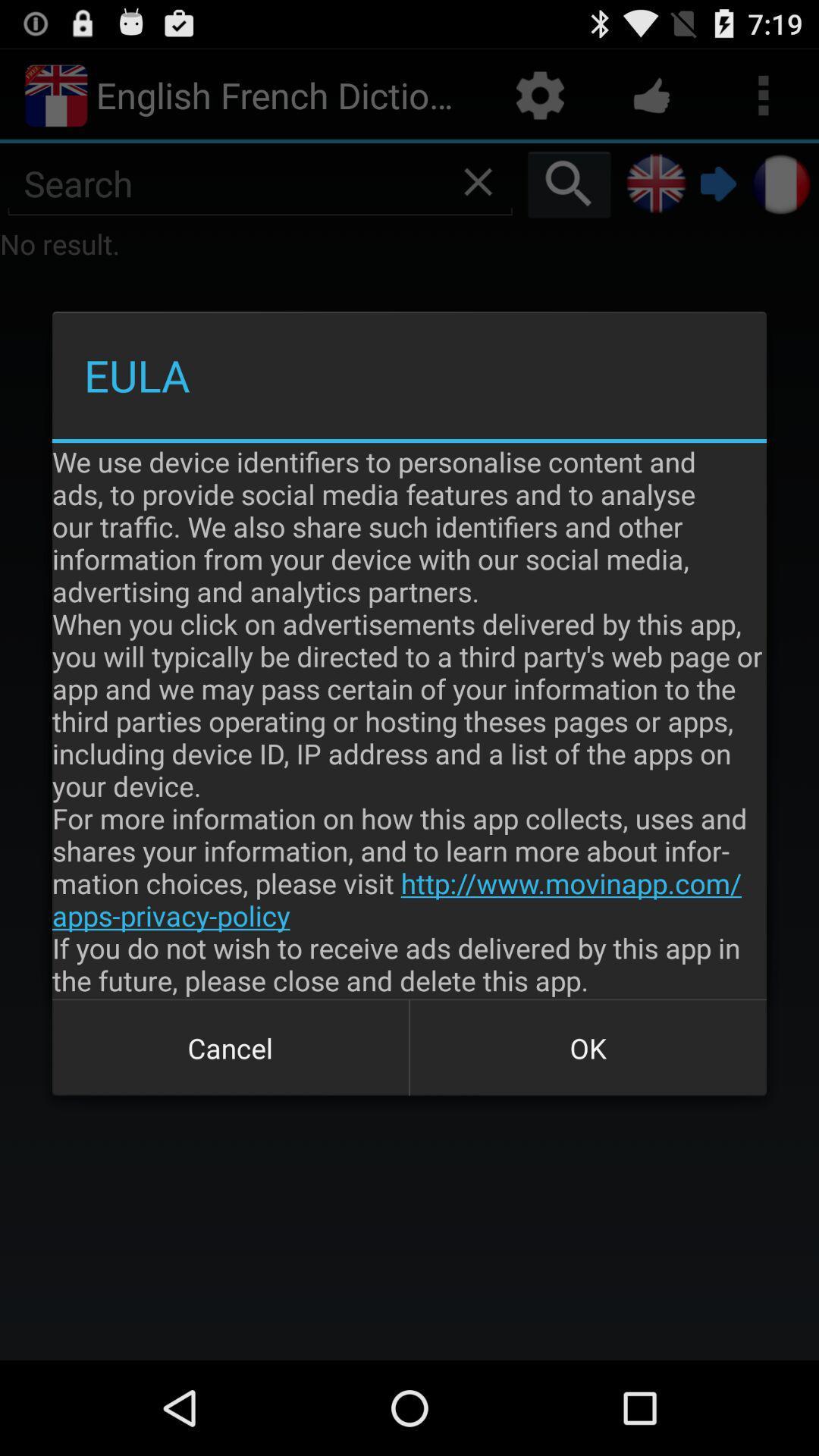 Image resolution: width=819 pixels, height=1456 pixels. Describe the element at coordinates (231, 1047) in the screenshot. I see `icon at the bottom left corner` at that location.